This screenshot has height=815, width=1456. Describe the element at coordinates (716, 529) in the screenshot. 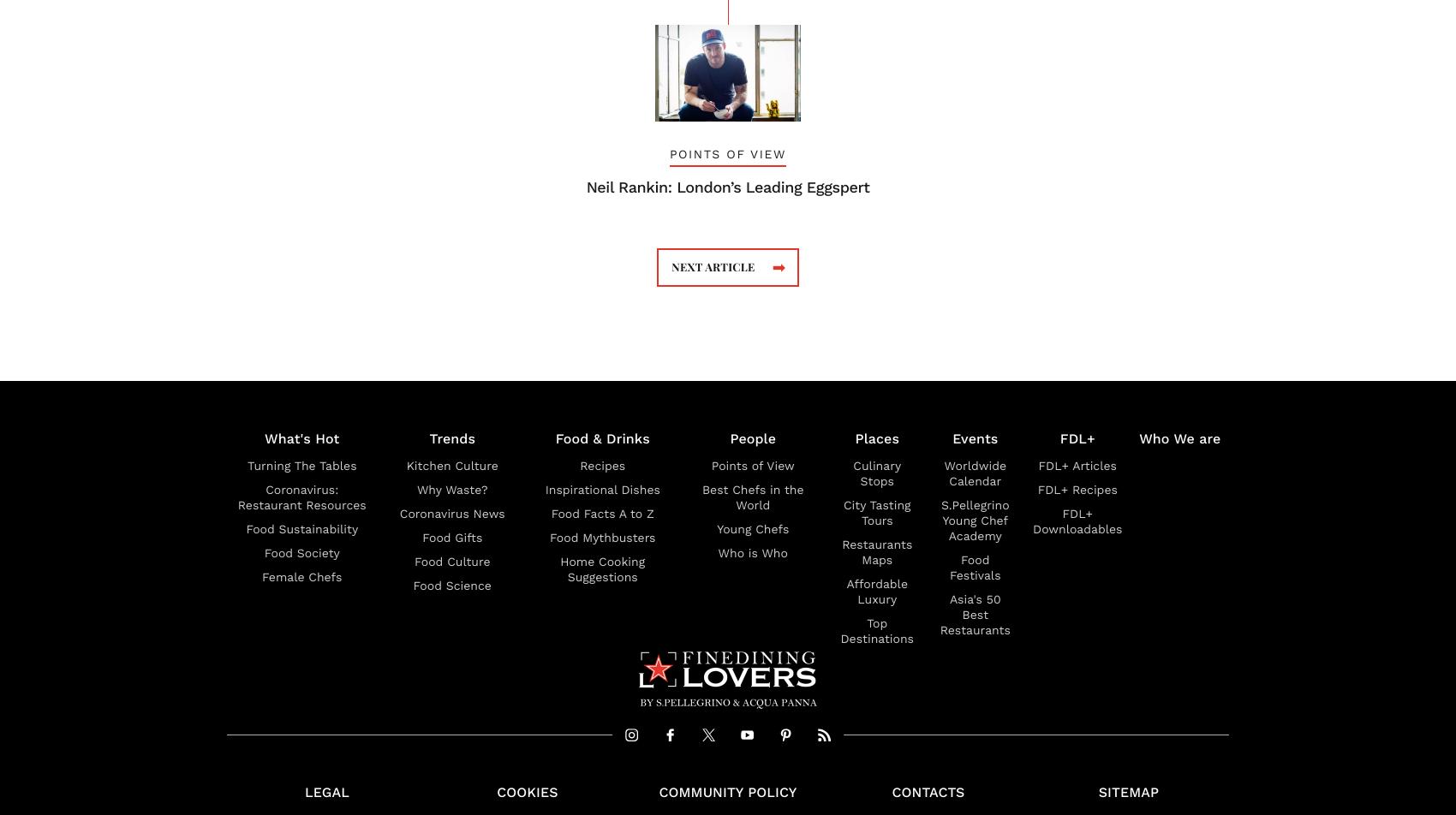

I see `'Young Chefs'` at that location.